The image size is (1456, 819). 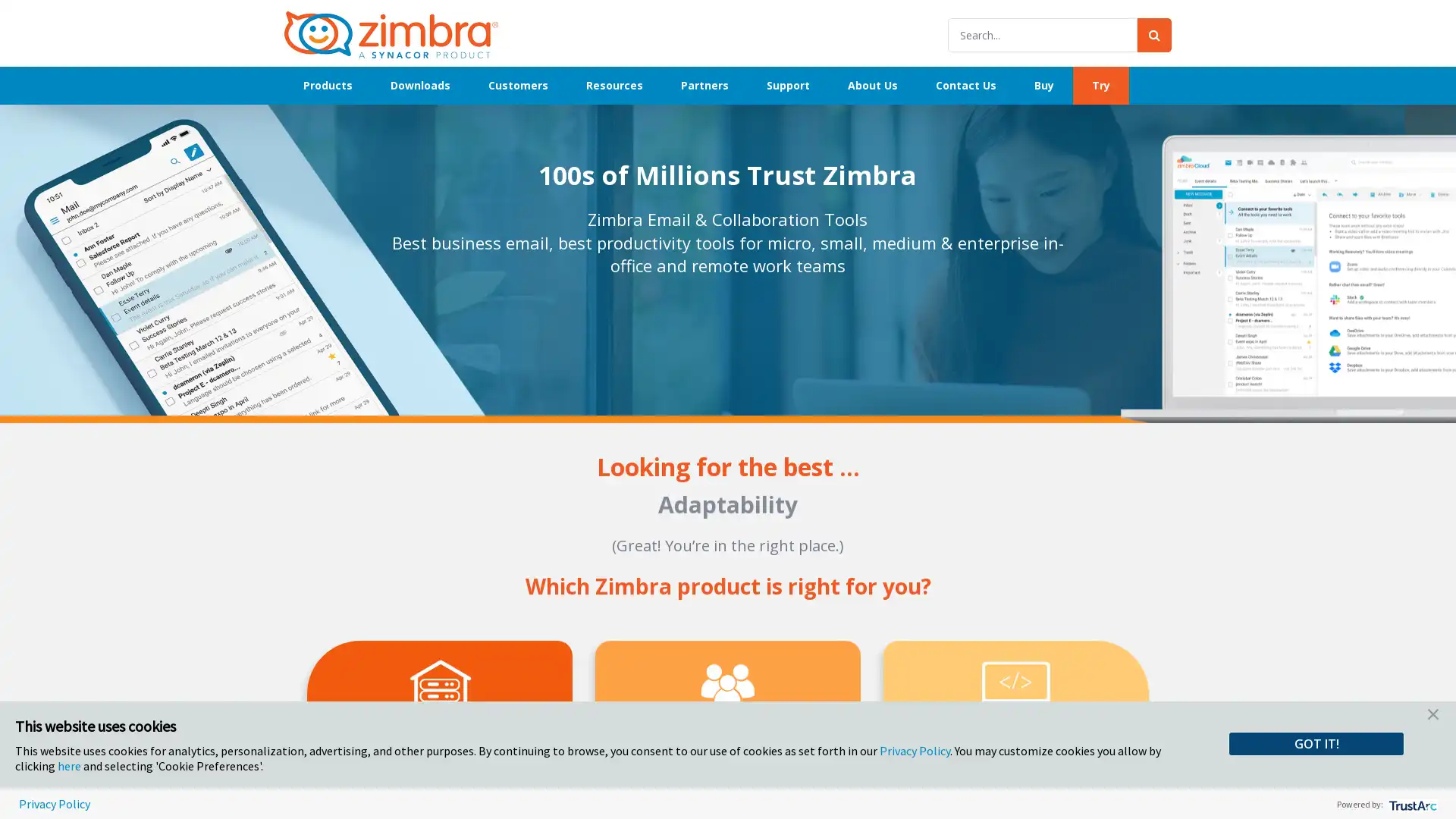 I want to click on close banner, so click(x=1432, y=717).